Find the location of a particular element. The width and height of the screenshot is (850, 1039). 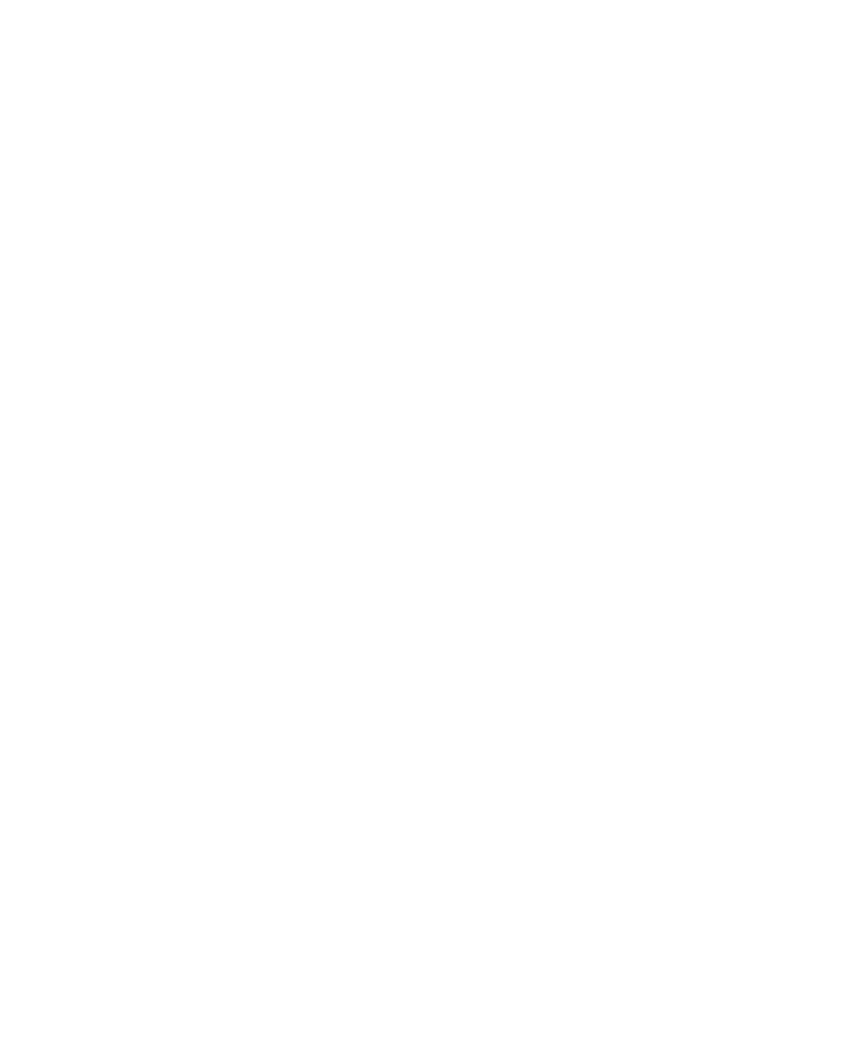

'(82)' is located at coordinates (188, 284).